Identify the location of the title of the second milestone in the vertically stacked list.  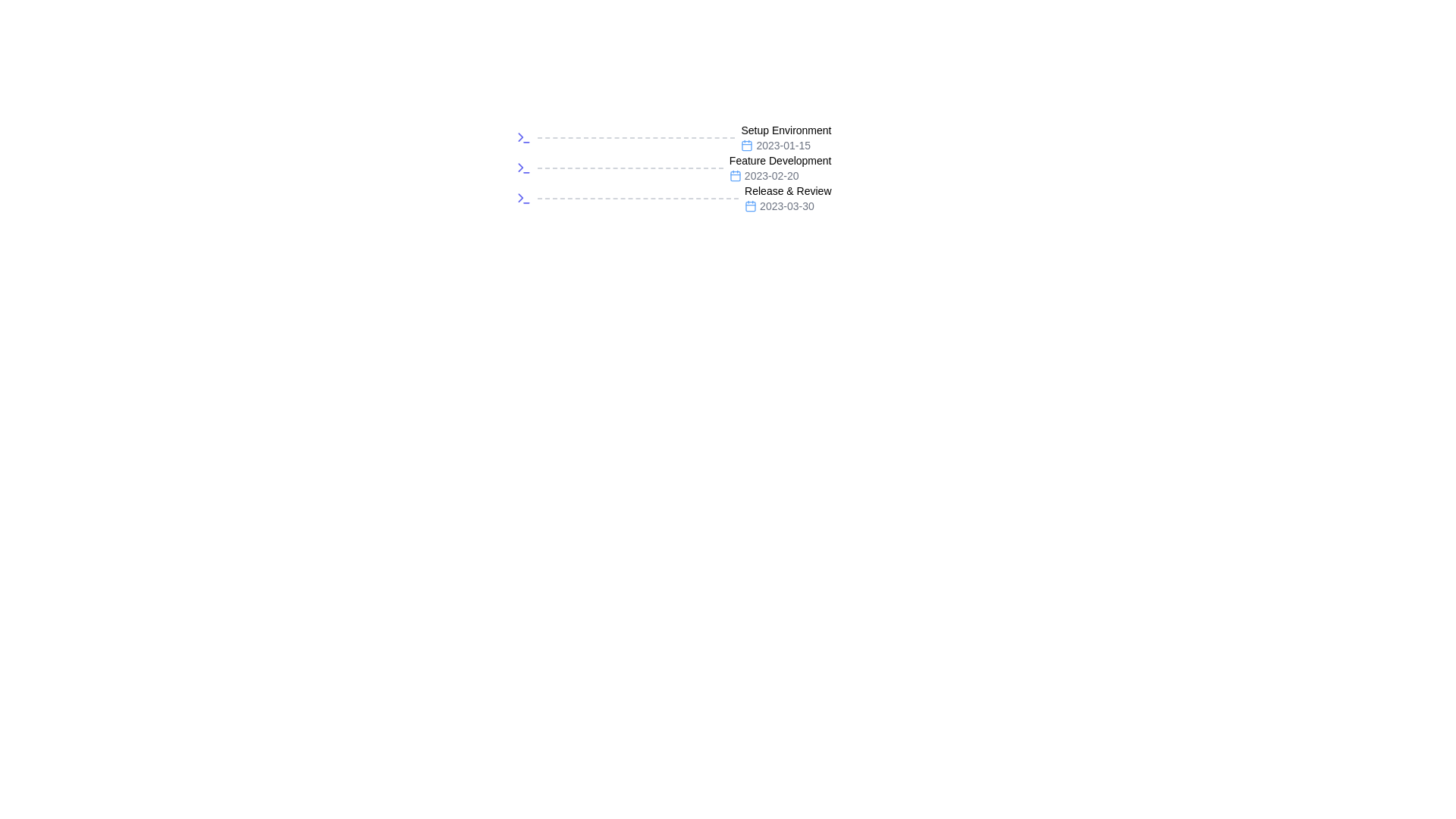
(673, 168).